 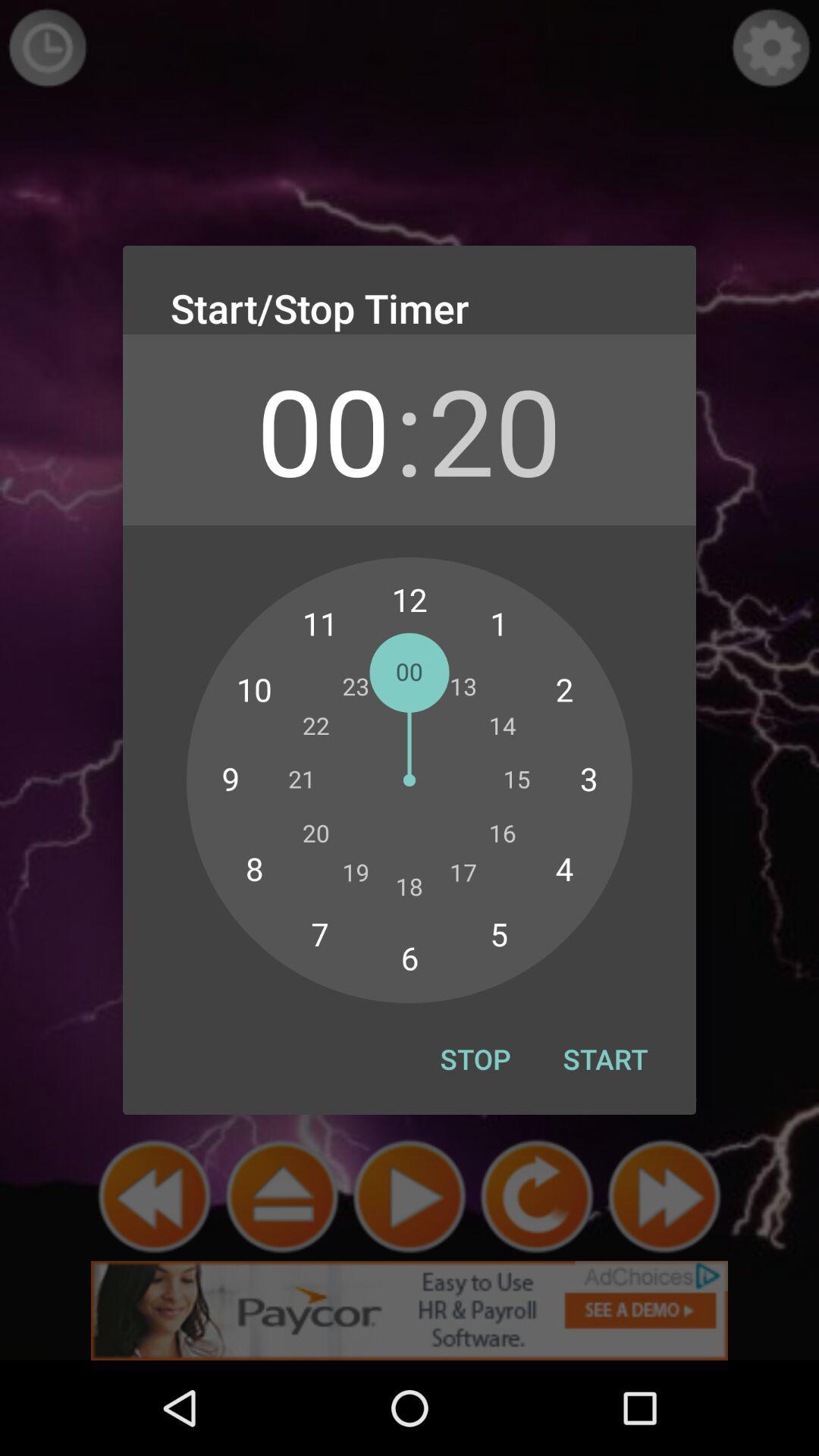 I want to click on app to the left of : app, so click(x=322, y=428).